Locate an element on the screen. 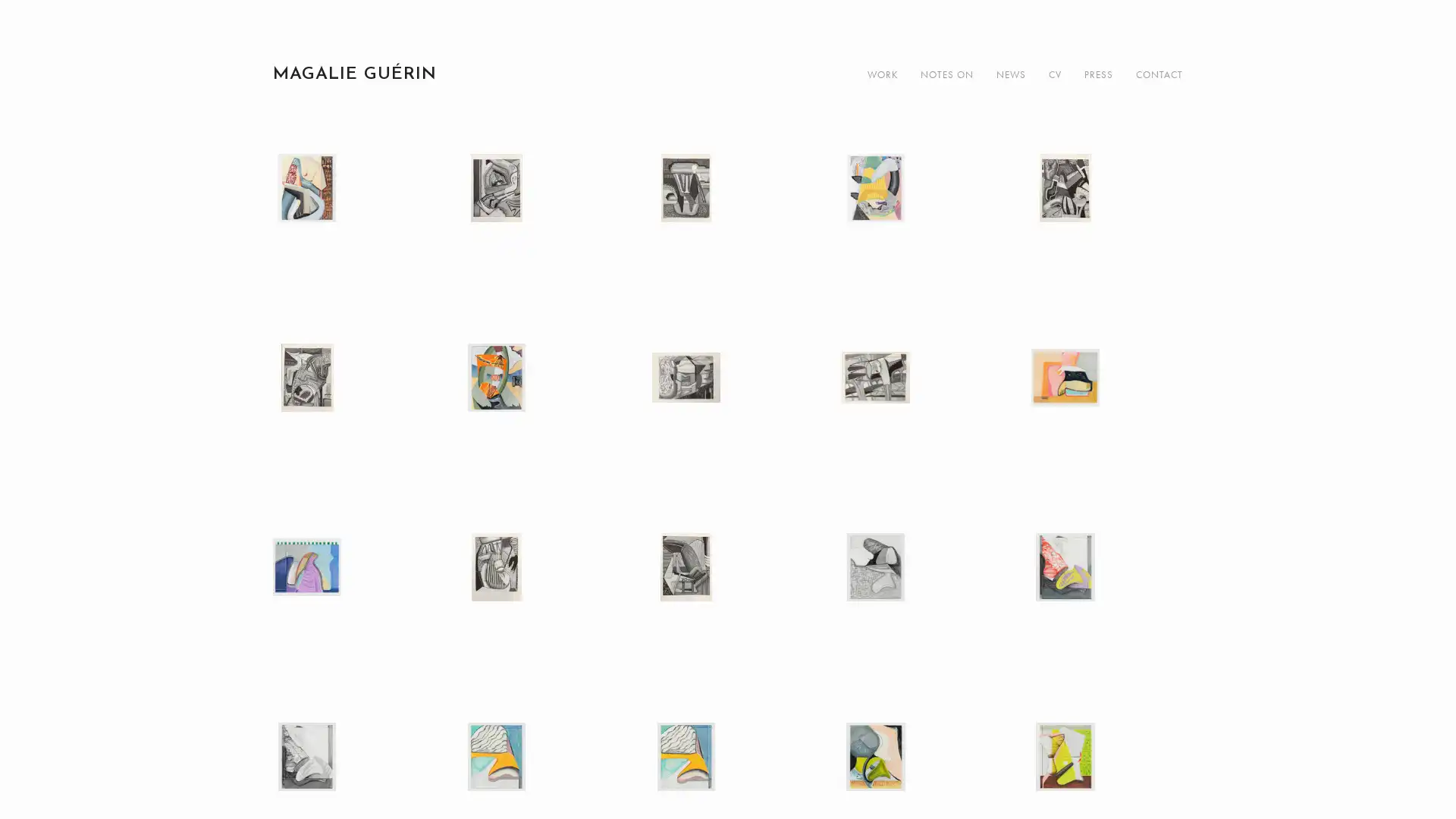 The image size is (1456, 819). View fullsize Copy Drawing (hat-house)-B&amp;W, 2016 is located at coordinates (916, 607).